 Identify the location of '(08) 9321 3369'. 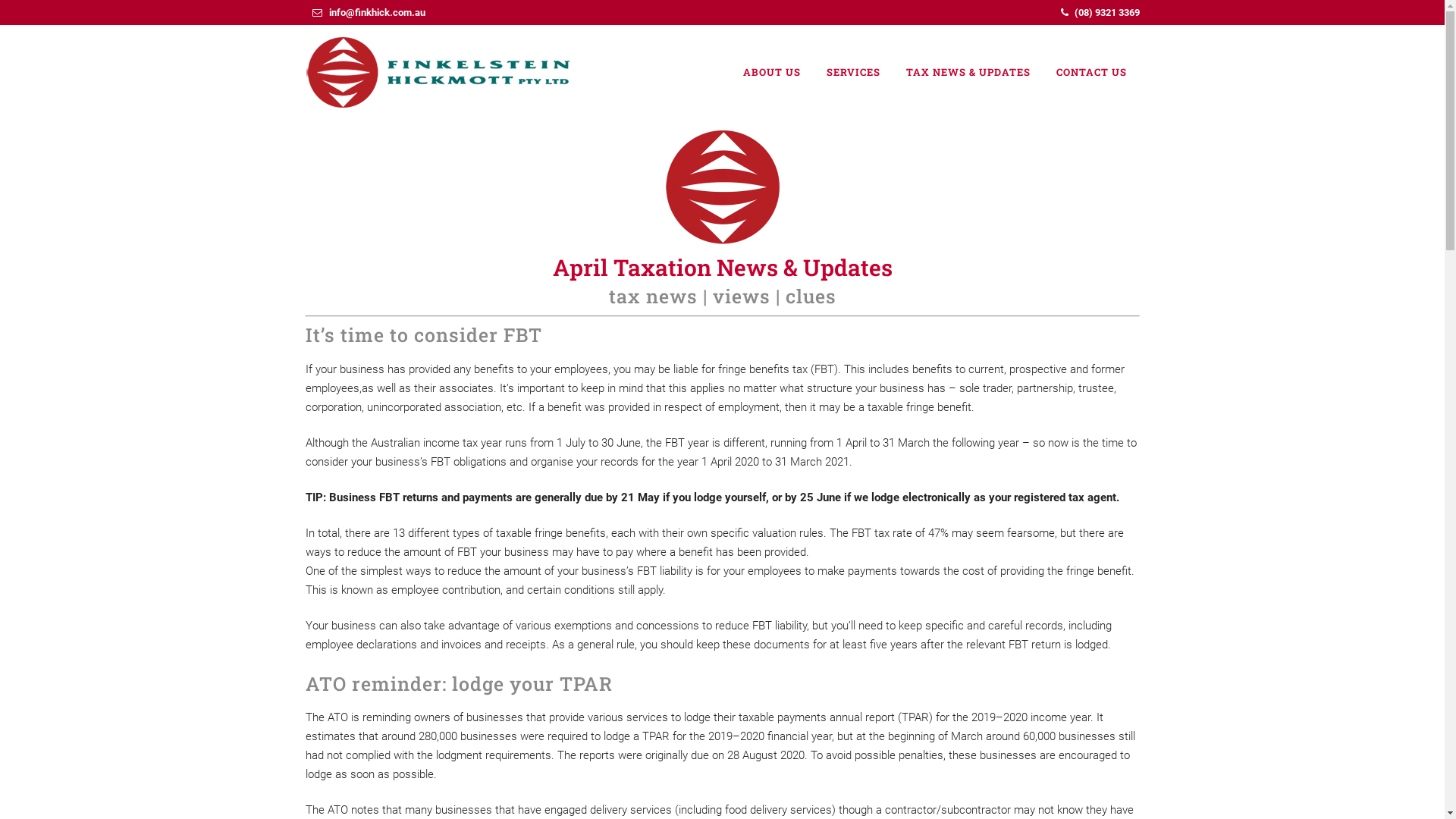
(1106, 12).